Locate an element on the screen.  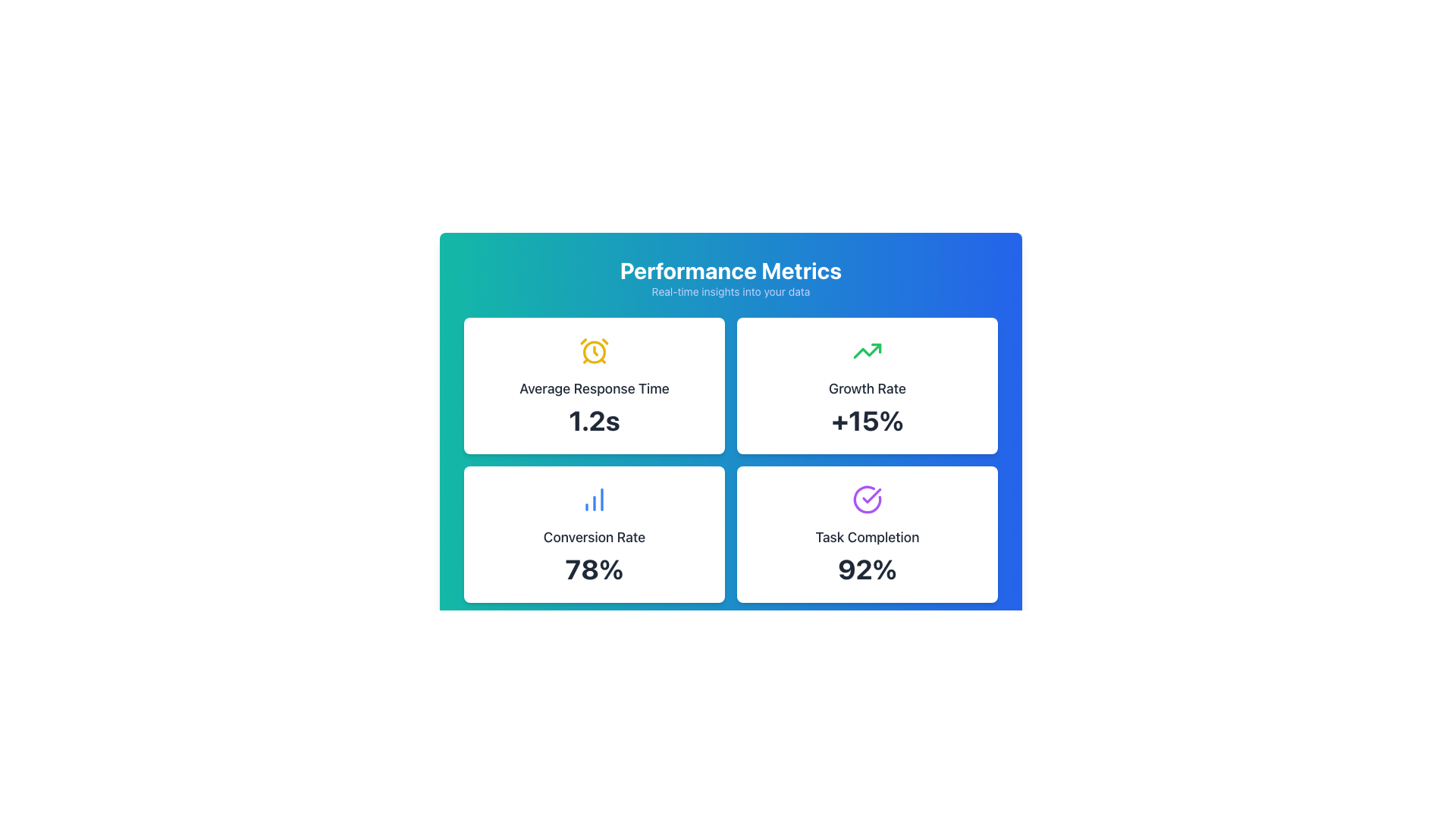
the smaller light indigo text displayed beneath the 'Performance Metrics' title is located at coordinates (731, 292).